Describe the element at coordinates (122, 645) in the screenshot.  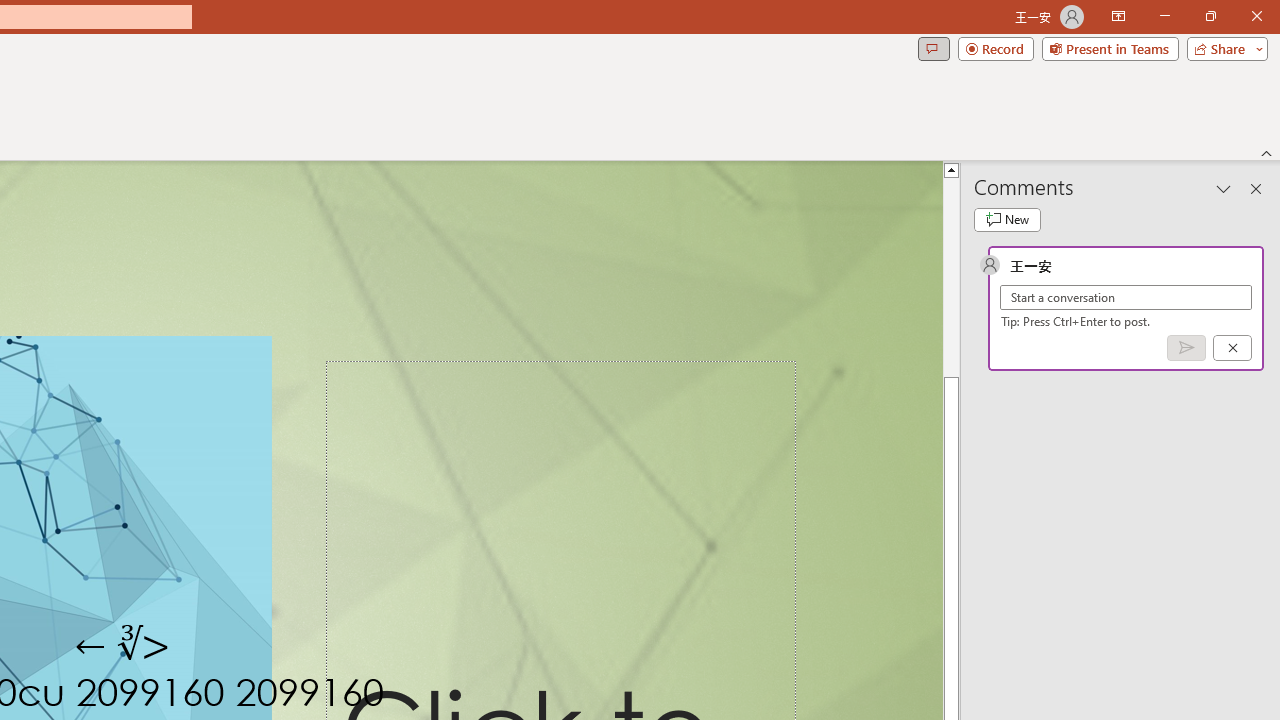
I see `'TextBox 7'` at that location.